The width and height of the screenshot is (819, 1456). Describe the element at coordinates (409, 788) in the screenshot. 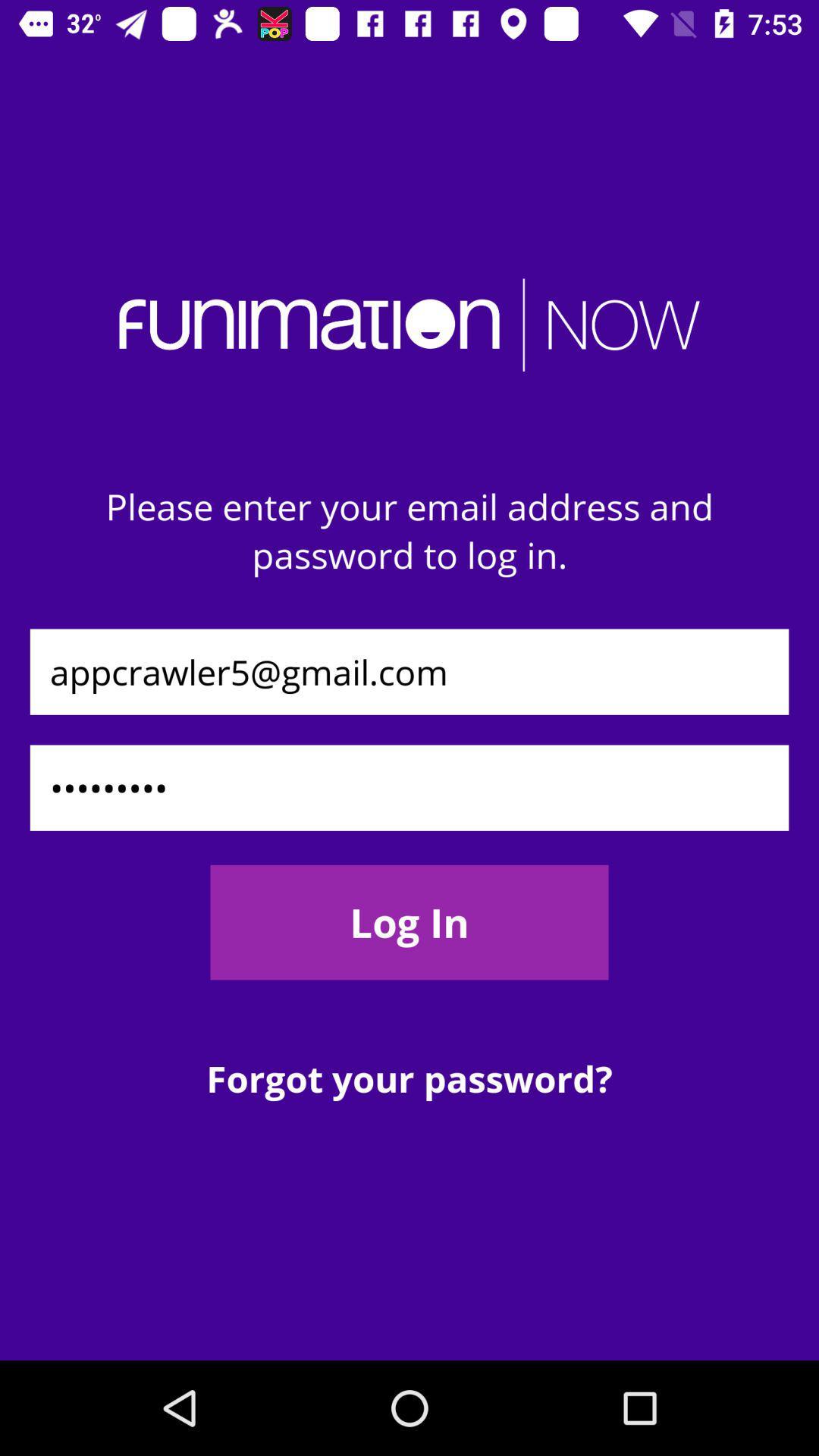

I see `the icon below appcrawler5@gmail.com item` at that location.